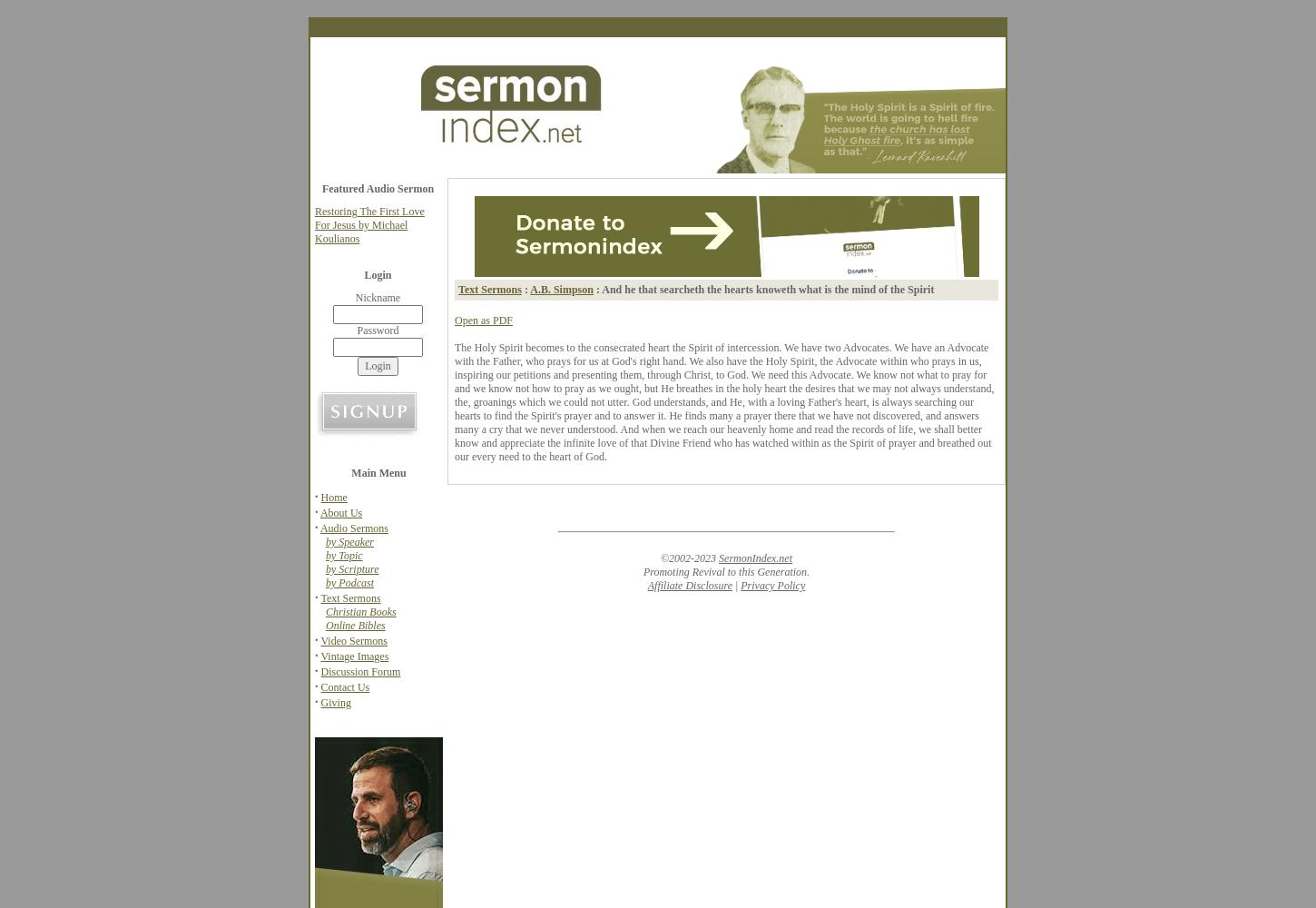 The image size is (1316, 908). Describe the element at coordinates (339, 512) in the screenshot. I see `'About Us'` at that location.